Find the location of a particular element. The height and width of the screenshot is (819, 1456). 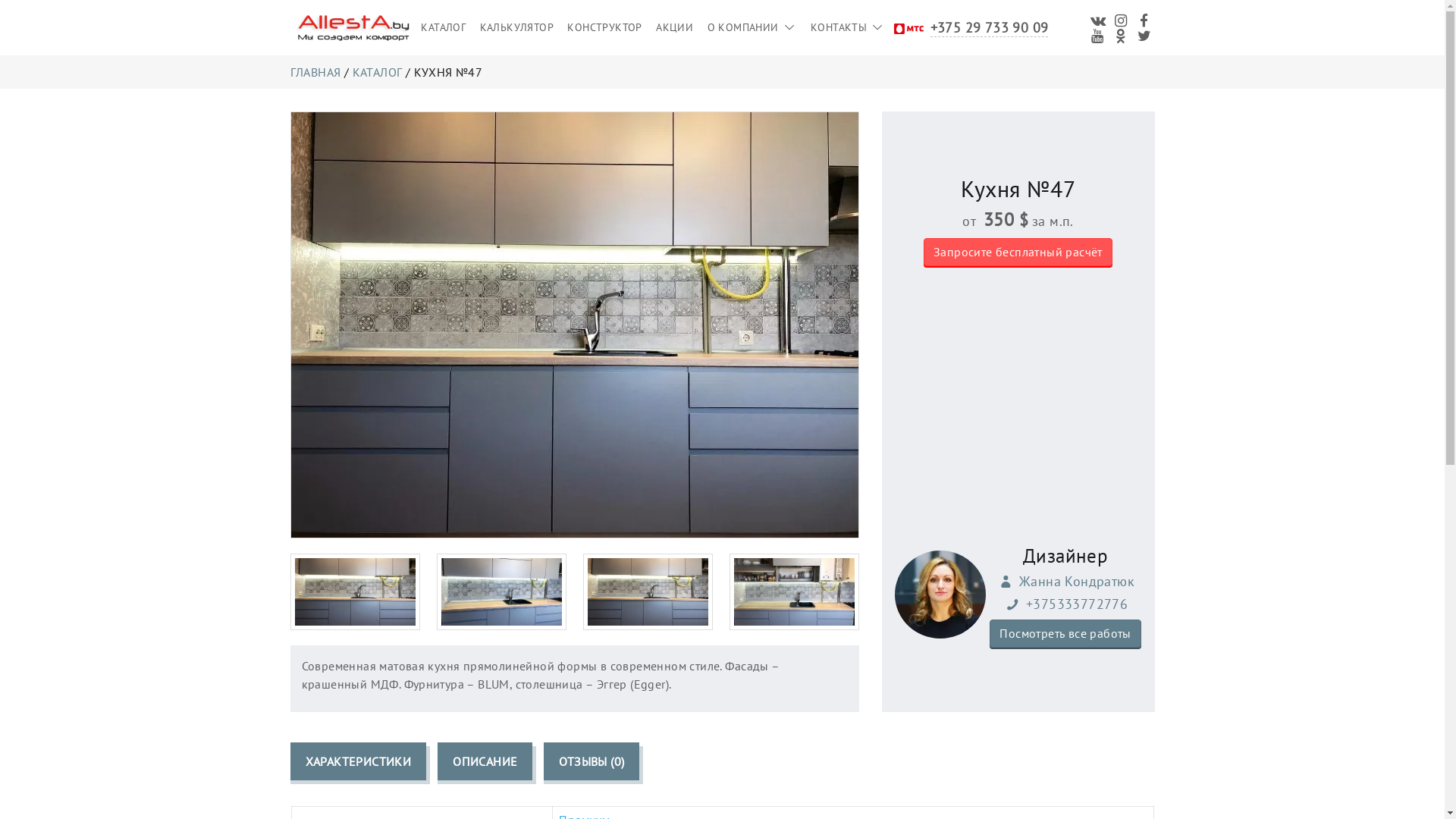

'+375 29 733 90 09' is located at coordinates (990, 27).